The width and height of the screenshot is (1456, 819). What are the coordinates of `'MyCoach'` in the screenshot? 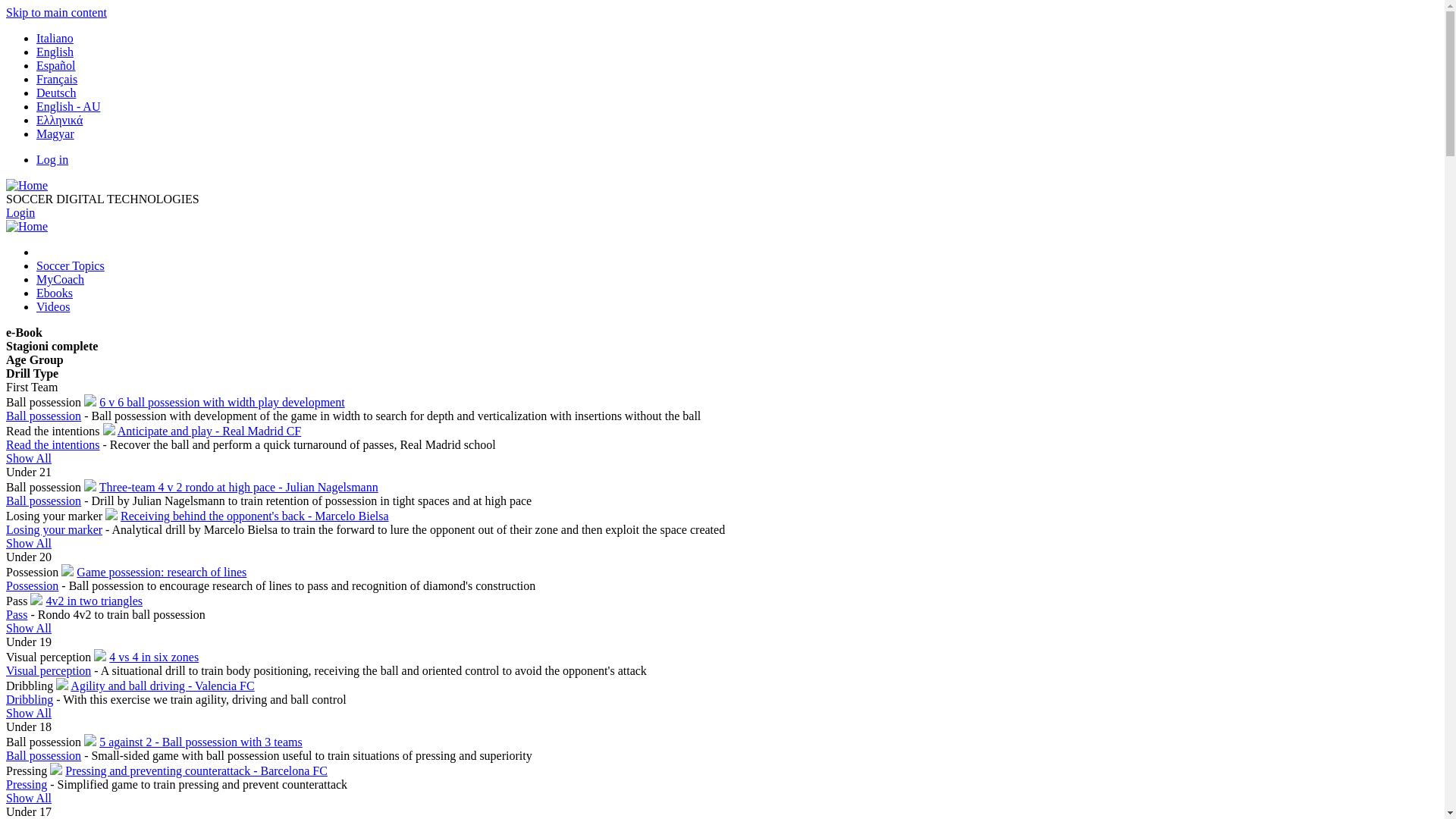 It's located at (60, 279).